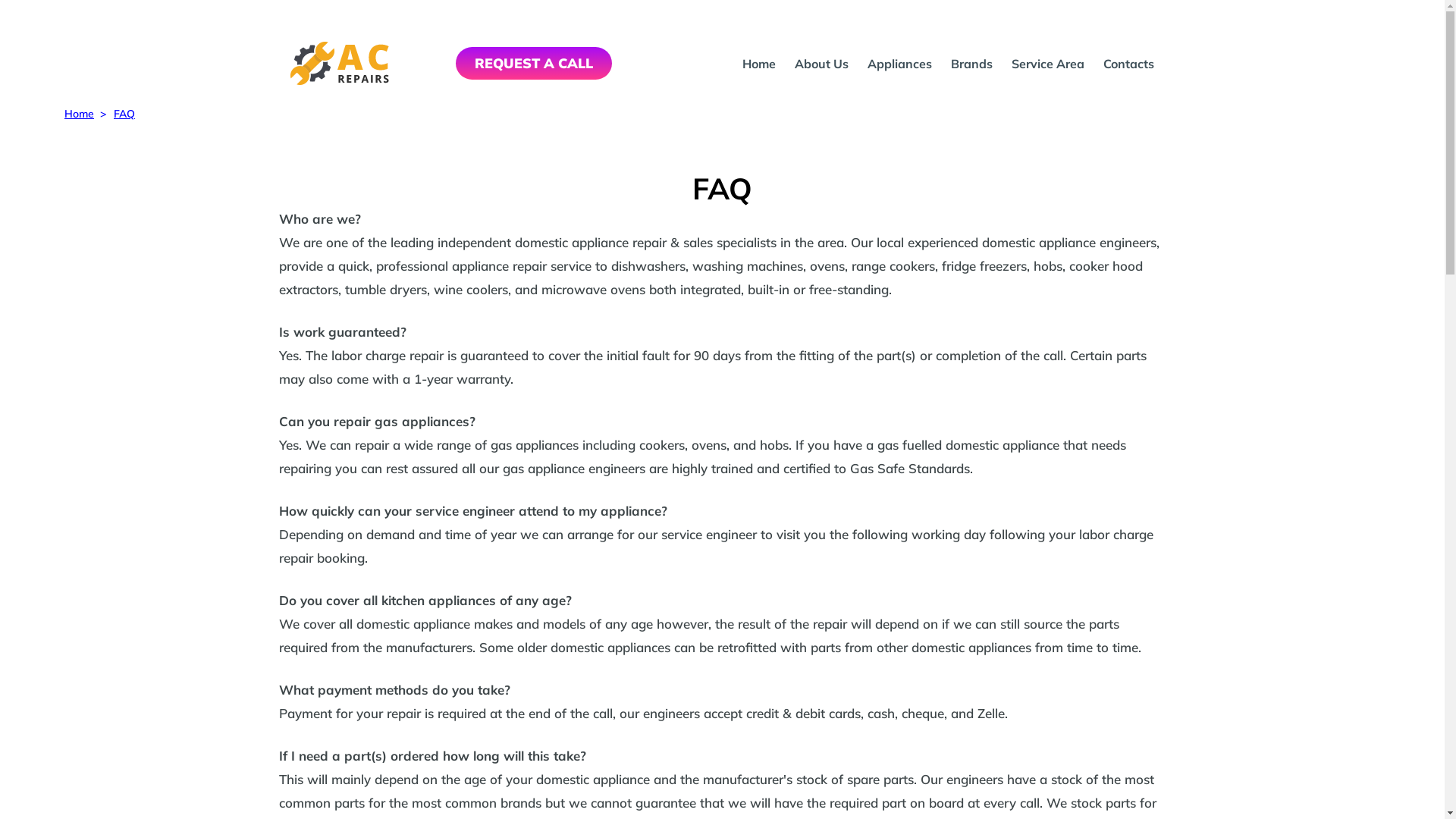  I want to click on 'Home', so click(64, 113).